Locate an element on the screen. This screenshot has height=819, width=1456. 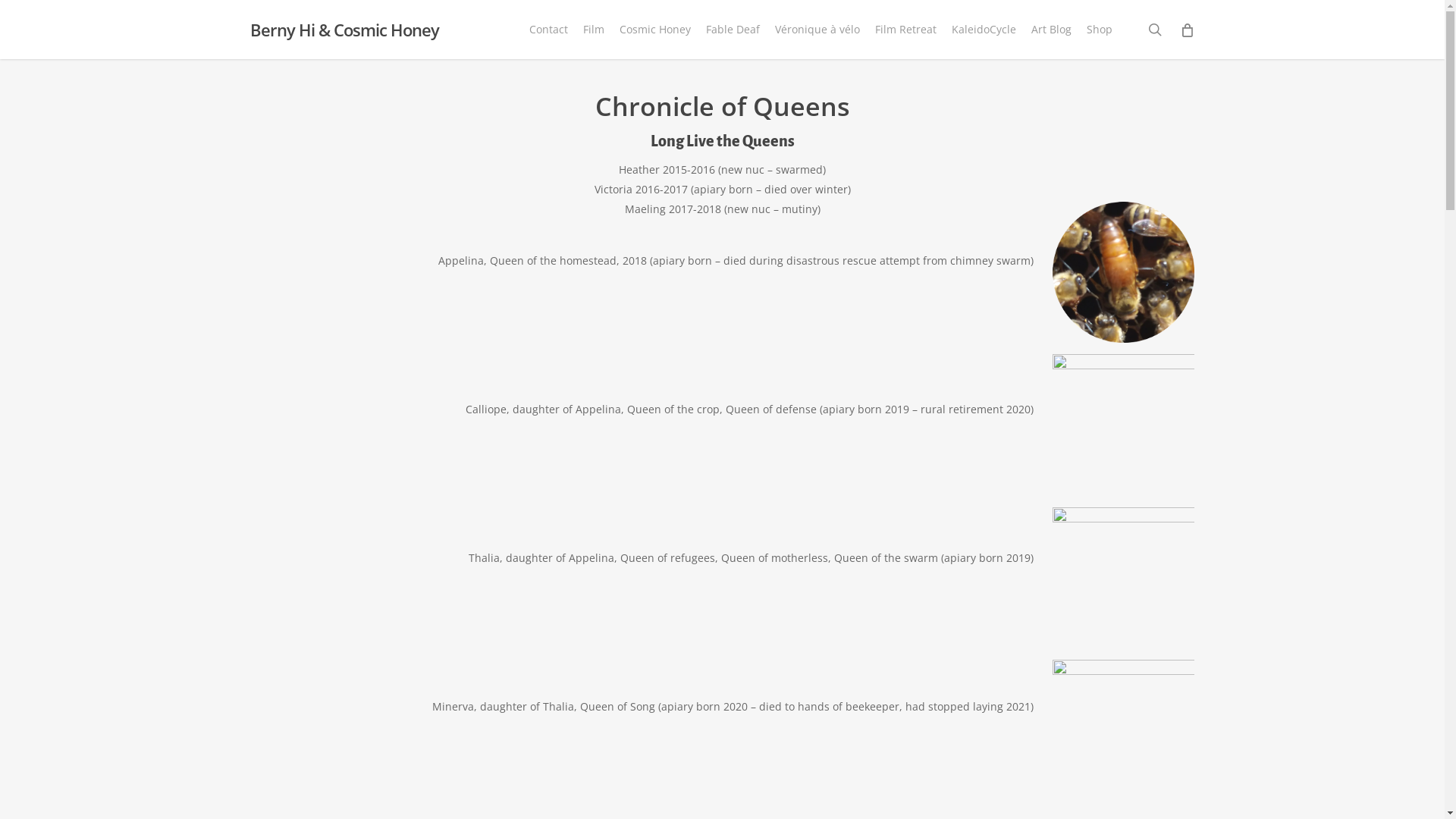
'Film' is located at coordinates (592, 29).